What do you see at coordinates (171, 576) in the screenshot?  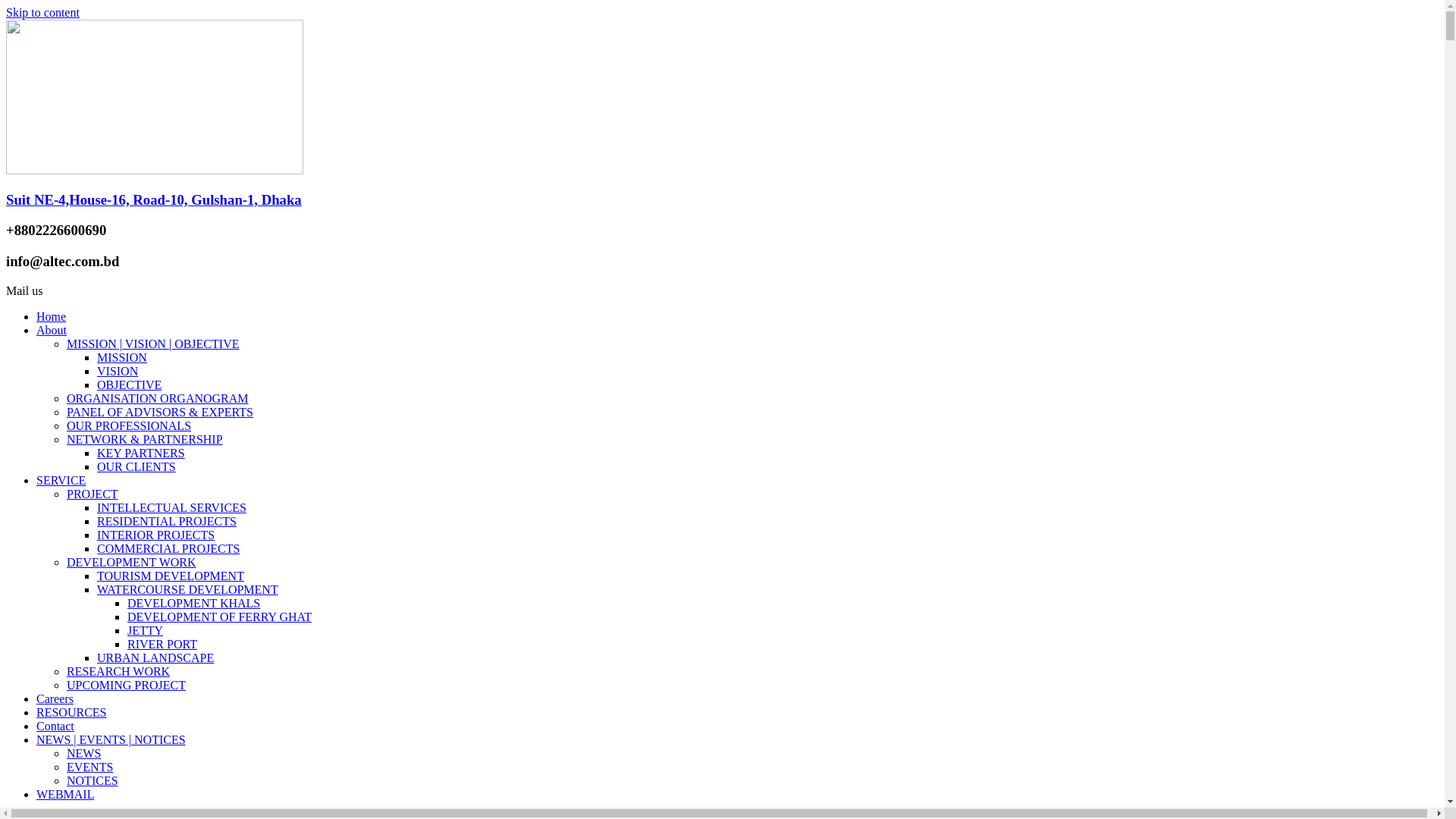 I see `'TOURISM DEVELOPMENT'` at bounding box center [171, 576].